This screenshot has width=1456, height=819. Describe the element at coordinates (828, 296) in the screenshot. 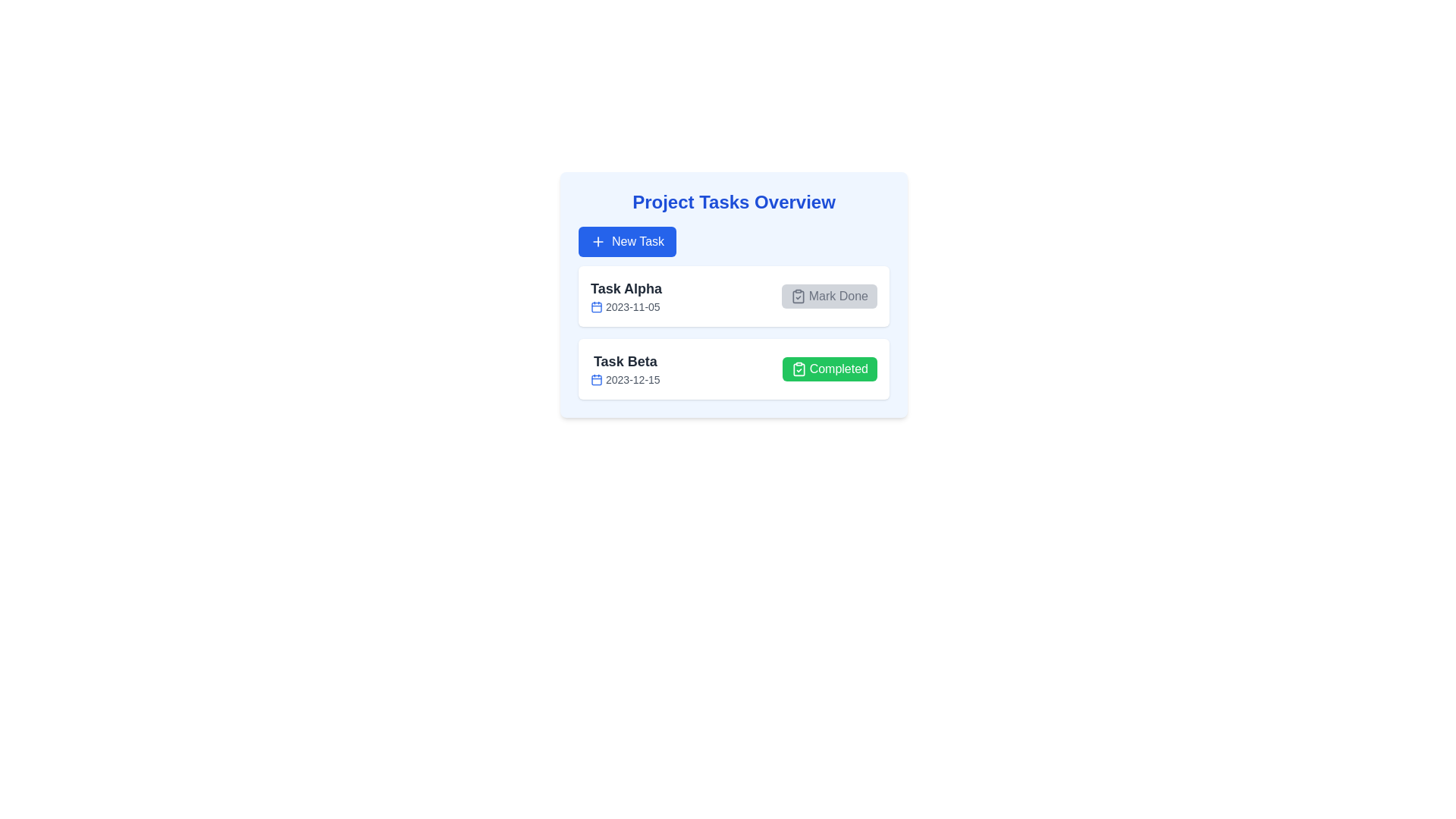

I see `the button in the top right corner of the task card labeled 'Task Alpha'` at that location.